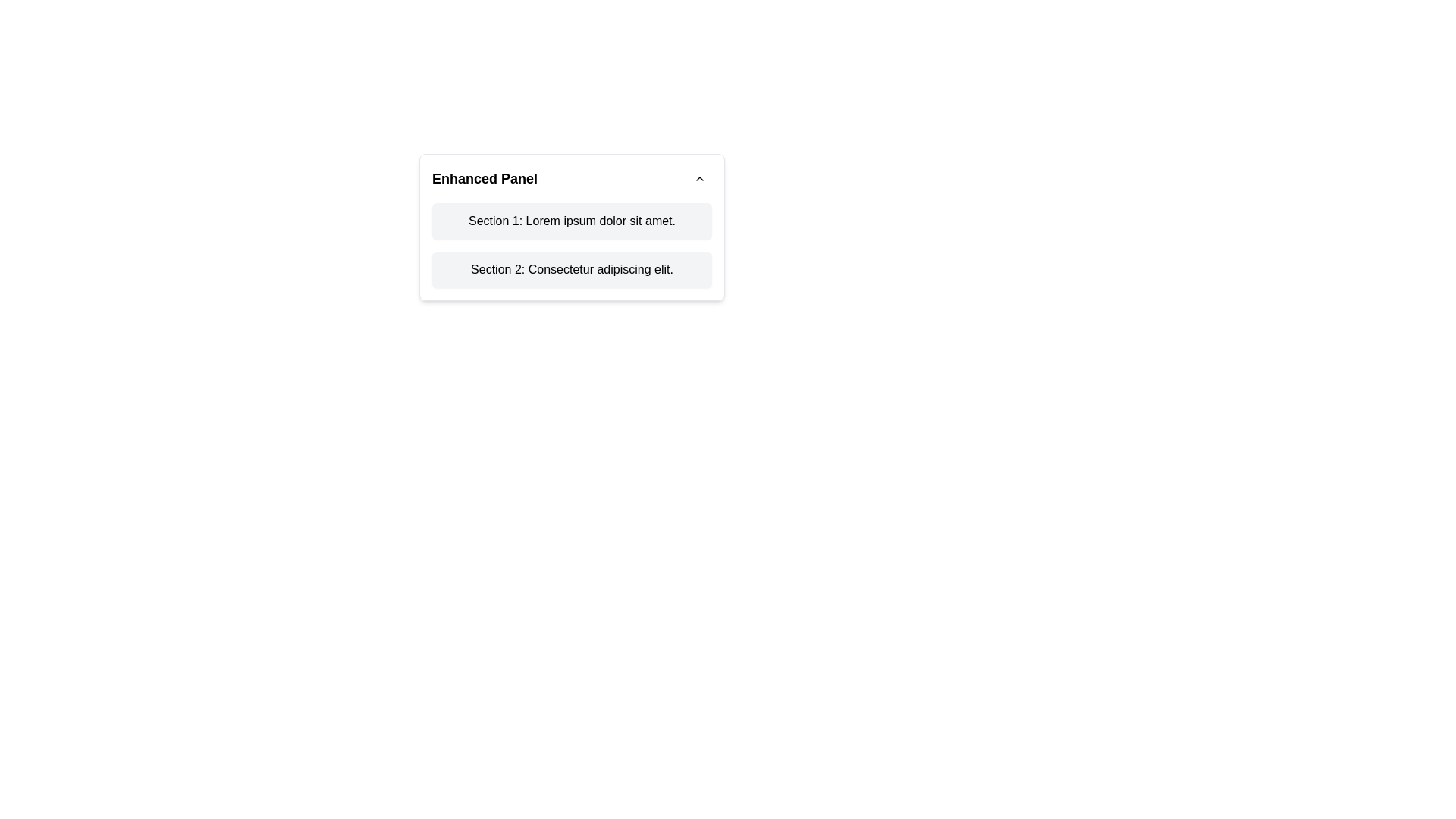 The width and height of the screenshot is (1456, 819). Describe the element at coordinates (698, 177) in the screenshot. I see `the circular button with an upward arrow icon located in the top right corner of the 'Enhanced Panel'` at that location.